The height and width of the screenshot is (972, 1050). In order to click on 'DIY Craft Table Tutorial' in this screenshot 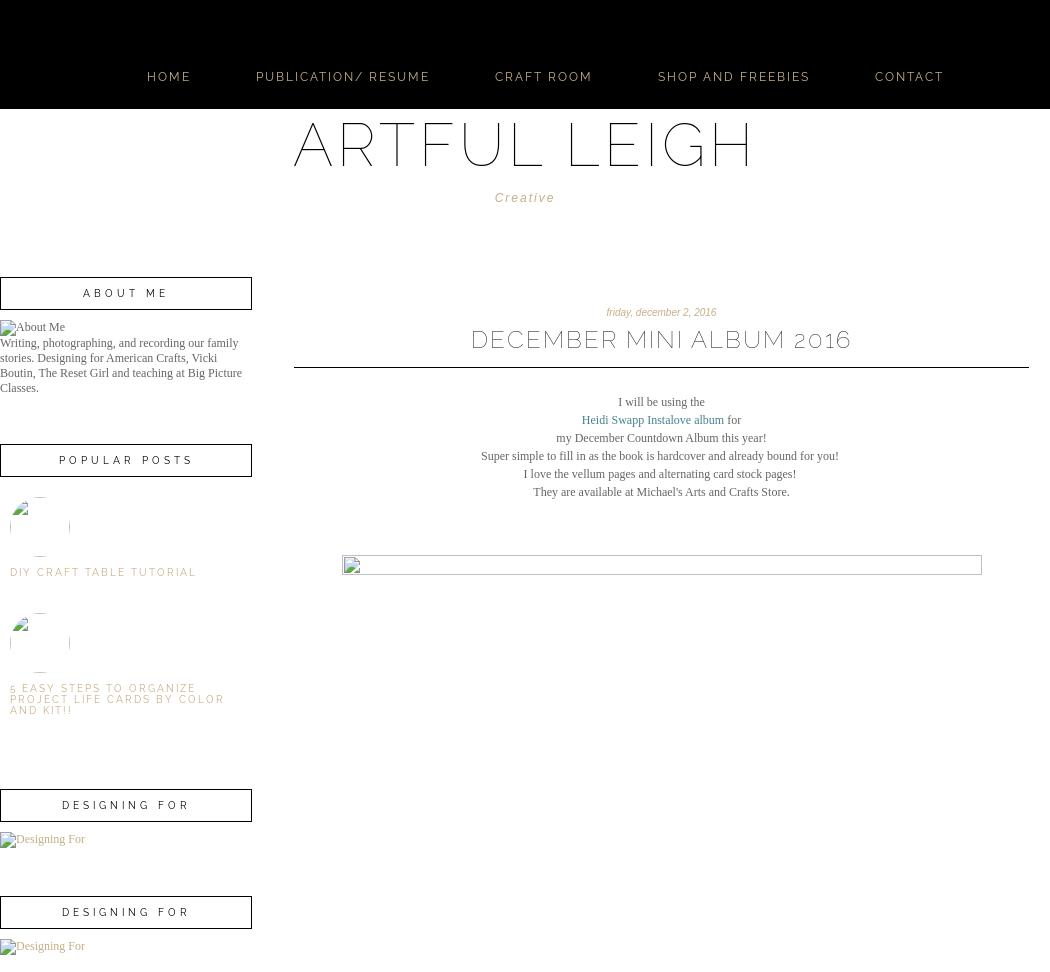, I will do `click(103, 571)`.